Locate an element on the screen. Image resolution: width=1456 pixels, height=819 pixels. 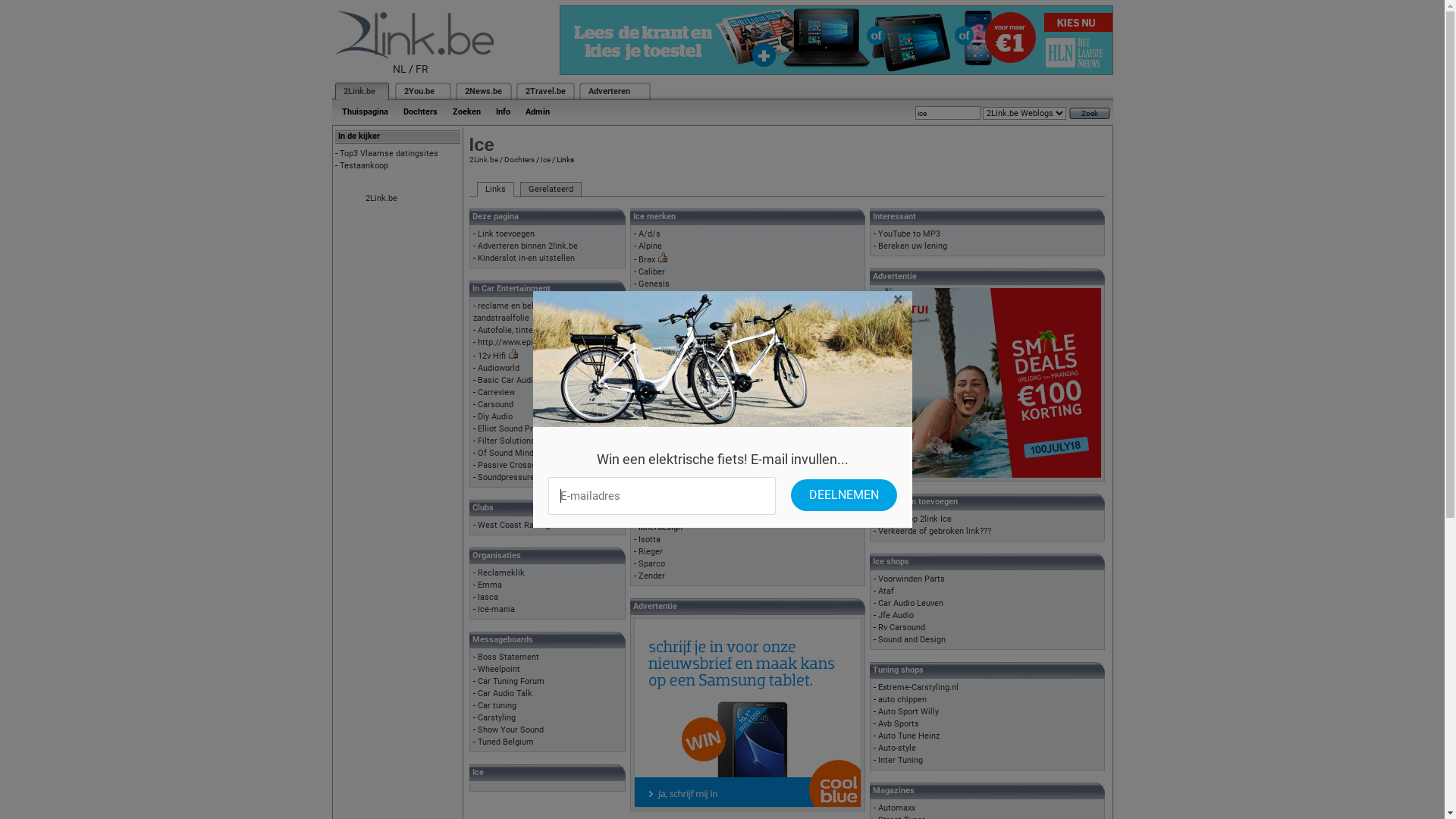
'12v Hifi' is located at coordinates (491, 356).